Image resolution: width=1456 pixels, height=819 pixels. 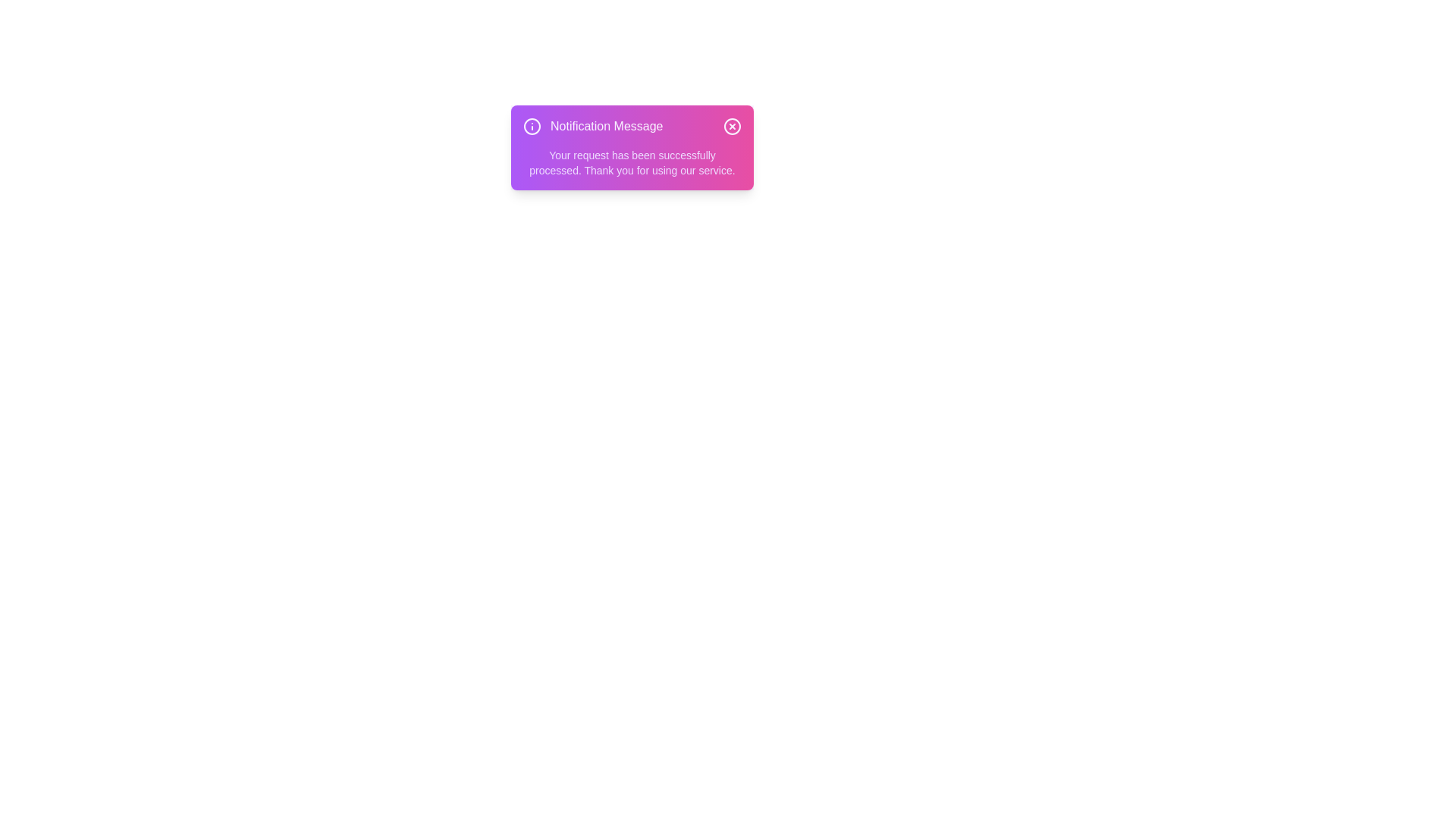 I want to click on the circular information icon filled with a gradient color scheme, located to the left of the 'Notification Message' title, to get more information, so click(x=532, y=125).